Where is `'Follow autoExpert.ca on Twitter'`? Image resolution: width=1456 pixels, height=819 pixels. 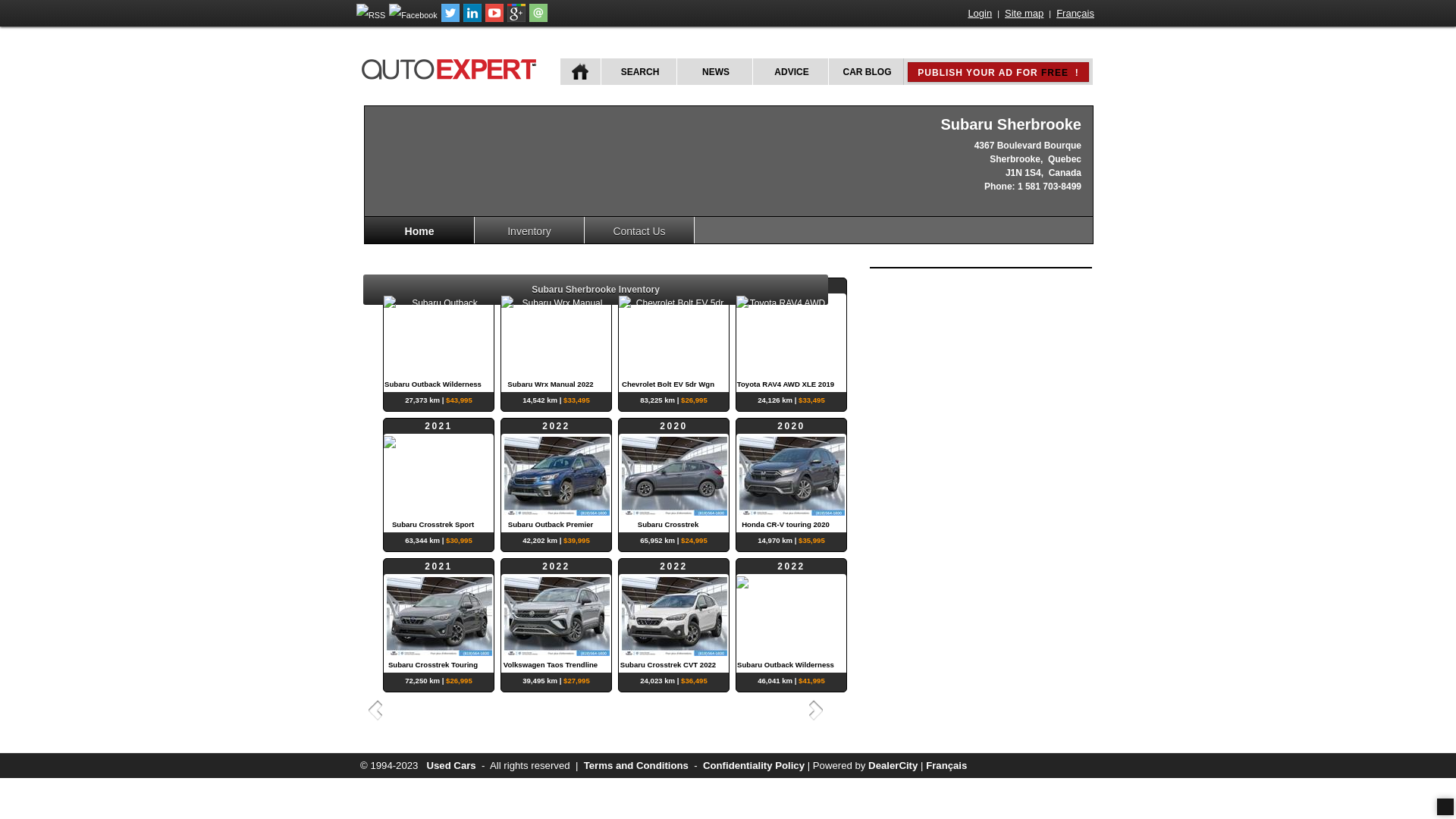 'Follow autoExpert.ca on Twitter' is located at coordinates (450, 18).